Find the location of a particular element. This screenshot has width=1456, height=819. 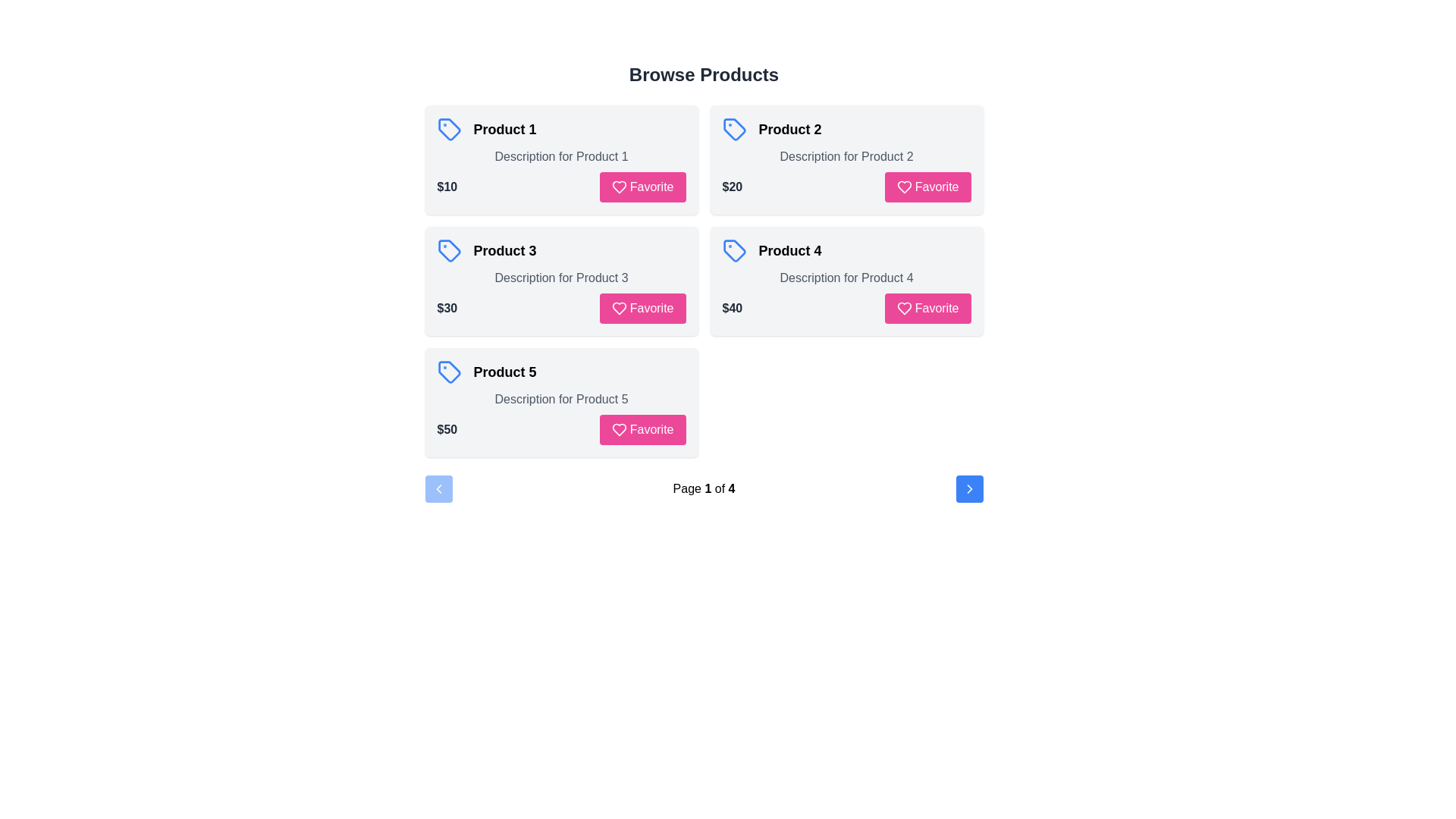

the product category icon located in the second row of product cards, adjacent to the text 'Product 3', above the price and the pink 'Favorite' button is located at coordinates (448, 250).